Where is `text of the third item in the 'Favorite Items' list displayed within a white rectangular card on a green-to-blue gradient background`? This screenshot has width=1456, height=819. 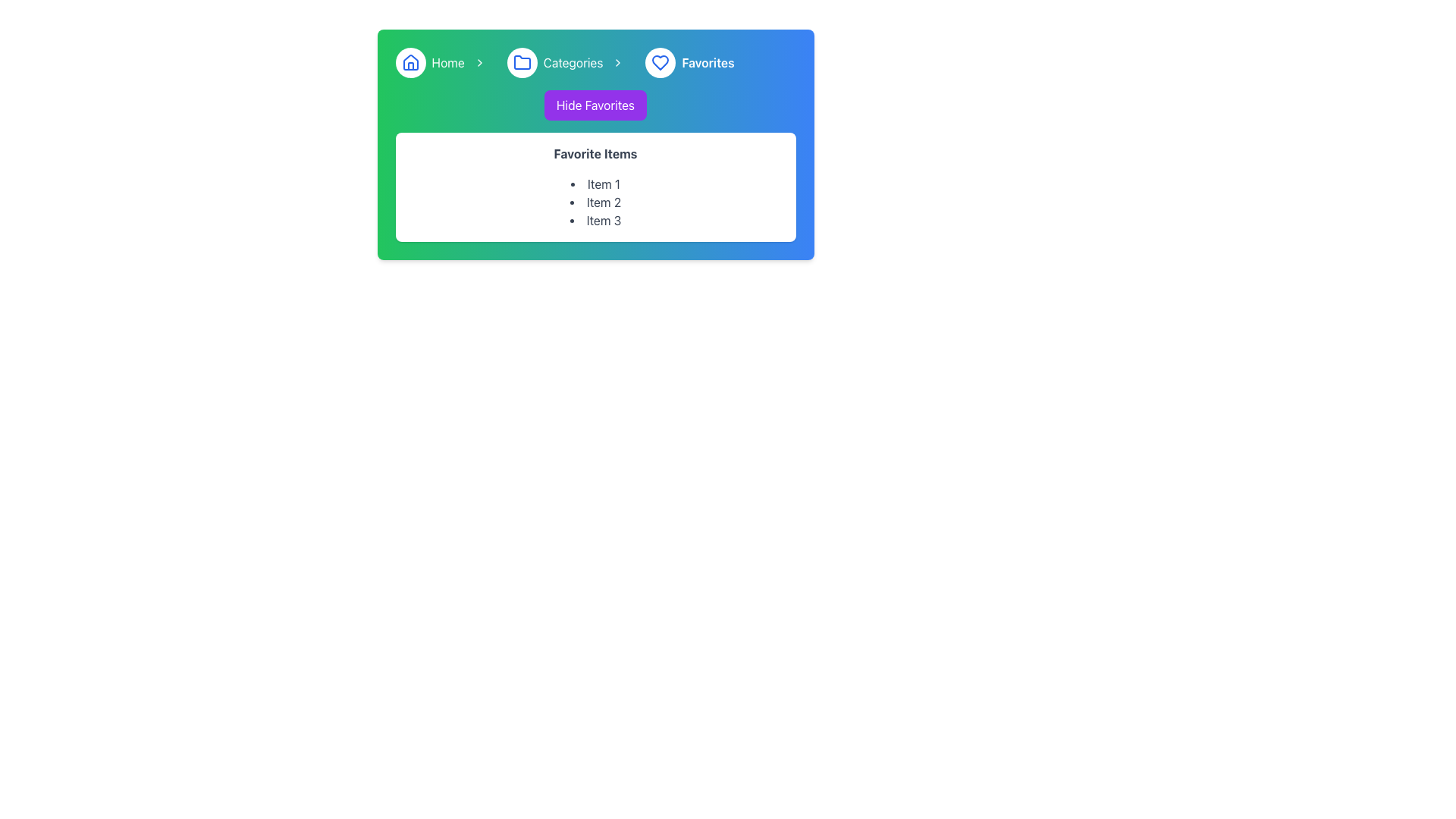
text of the third item in the 'Favorite Items' list displayed within a white rectangular card on a green-to-blue gradient background is located at coordinates (595, 220).